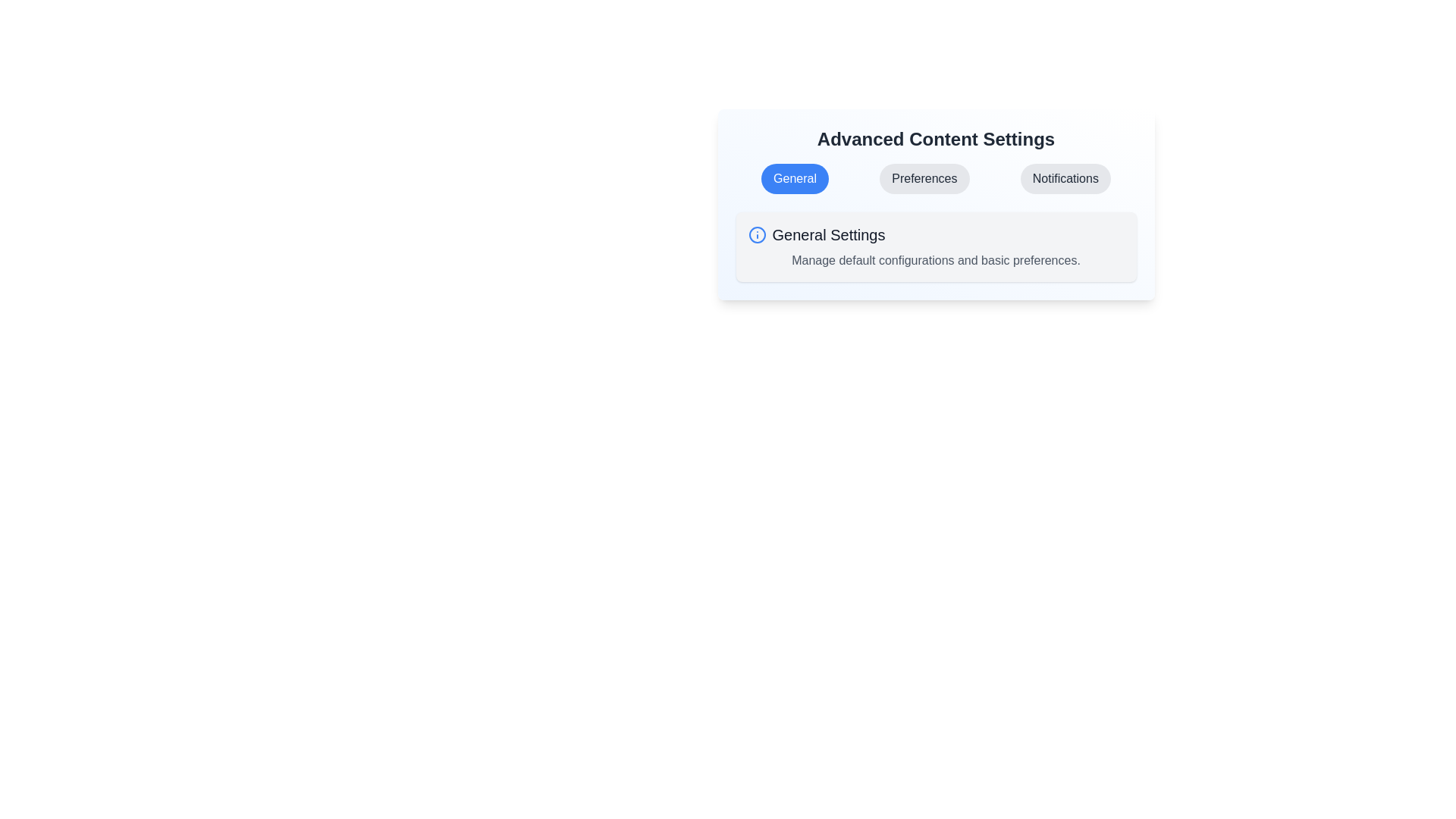  Describe the element at coordinates (924, 177) in the screenshot. I see `the 'Preferences' button, which is the second button in a horizontal alignment between 'General' and 'Notifications'` at that location.